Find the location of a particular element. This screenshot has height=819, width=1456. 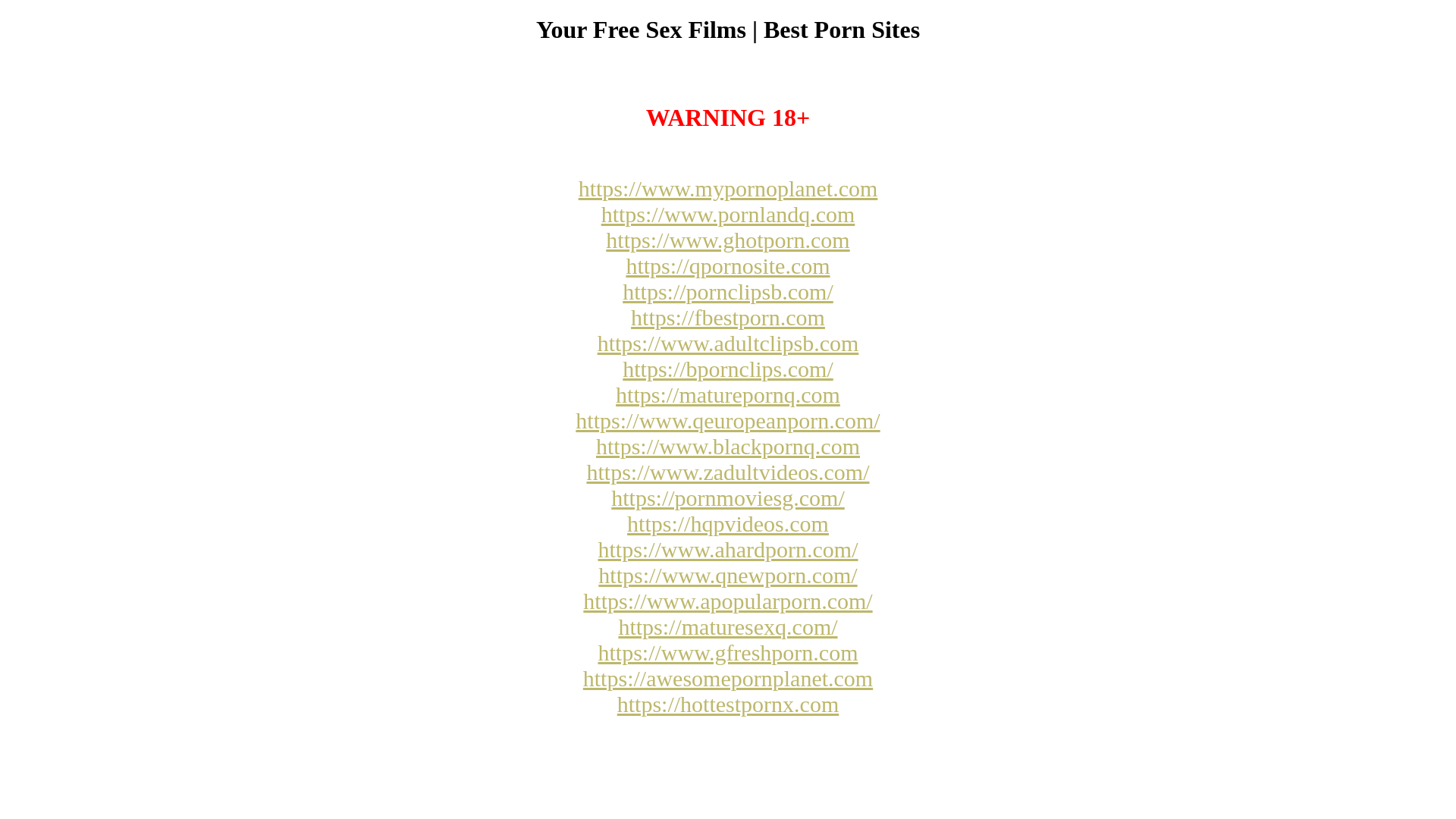

'https://bpornclips.com/' is located at coordinates (728, 369).